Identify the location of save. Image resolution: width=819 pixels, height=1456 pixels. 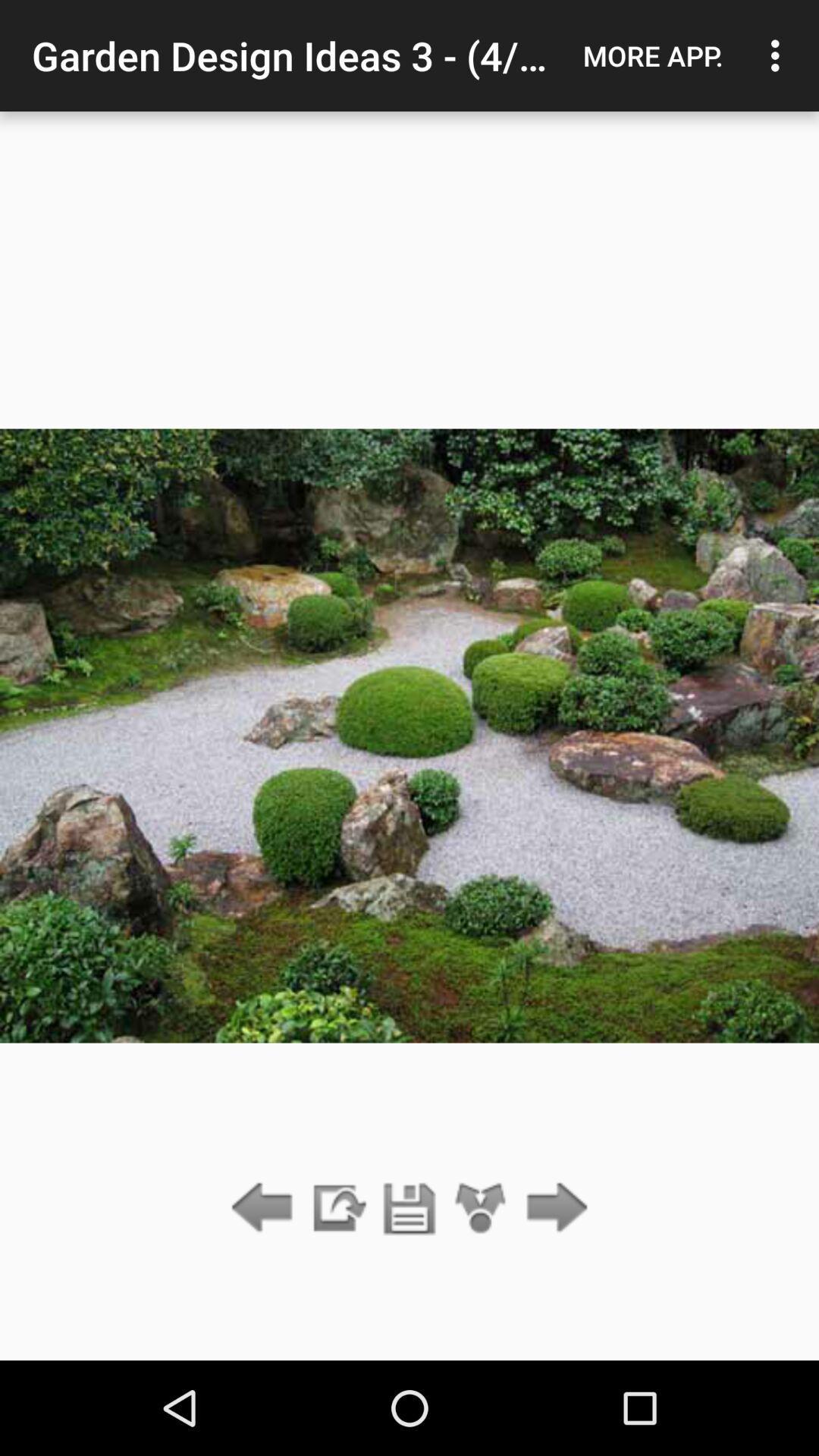
(409, 1208).